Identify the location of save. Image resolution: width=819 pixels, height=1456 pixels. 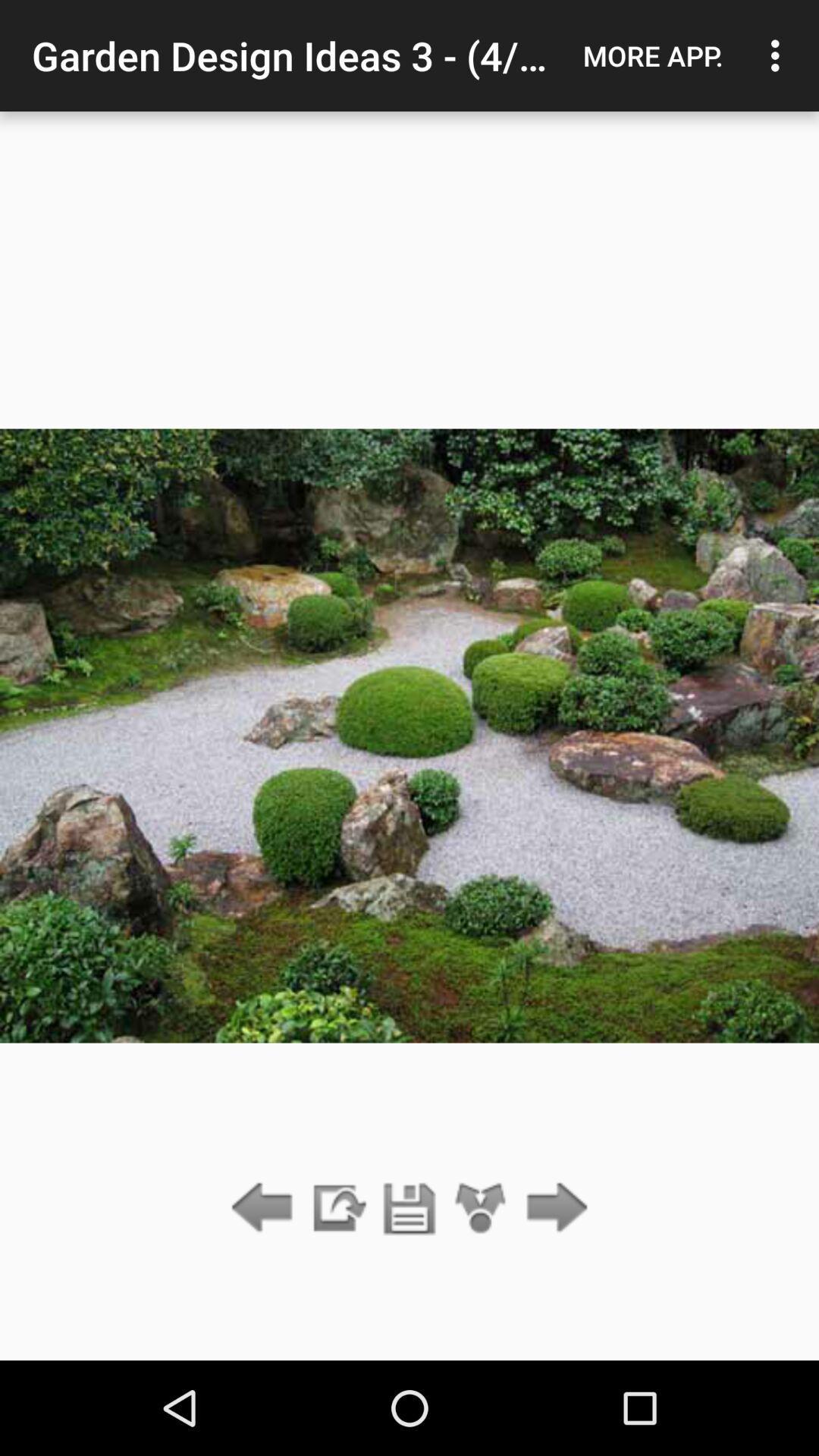
(409, 1208).